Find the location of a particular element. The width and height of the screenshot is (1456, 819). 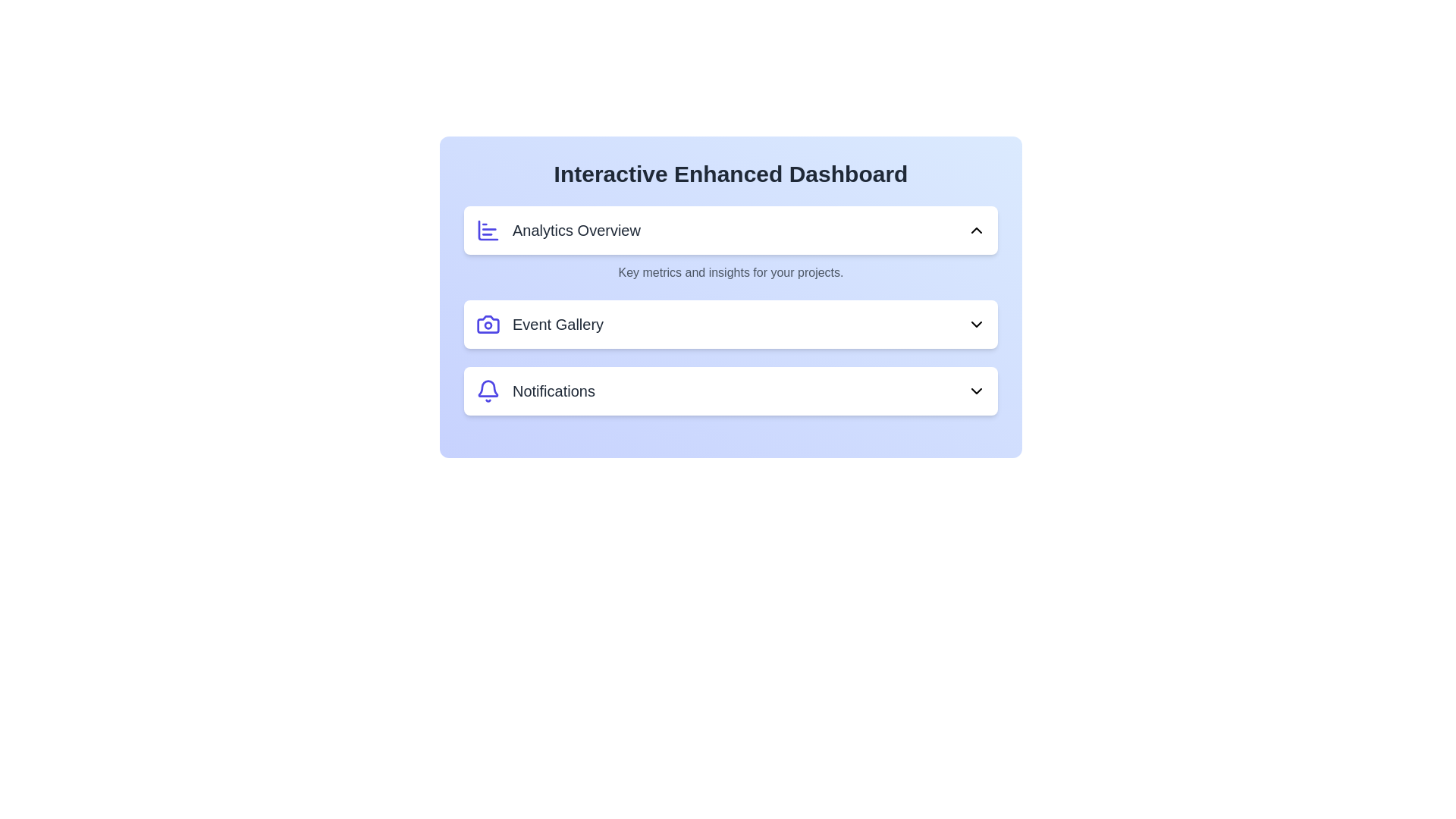

the icon of the Analytics Overview section is located at coordinates (488, 231).